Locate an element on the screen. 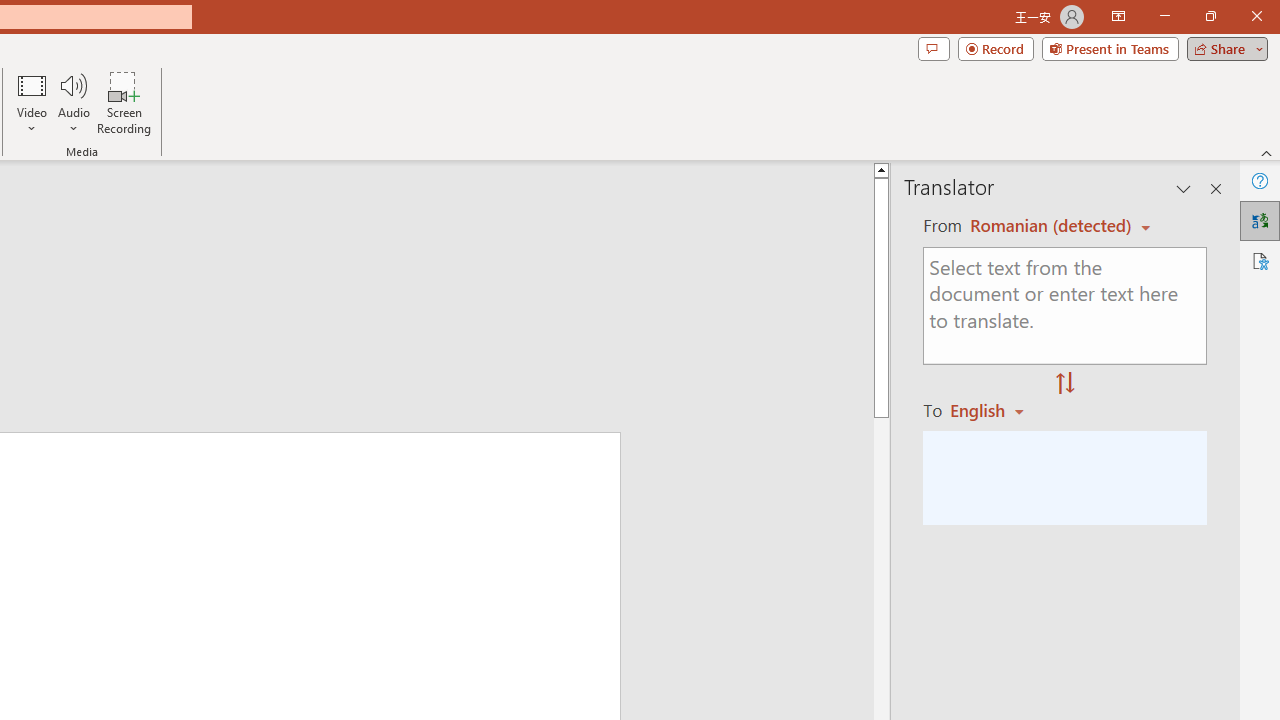  'Video' is located at coordinates (32, 103).